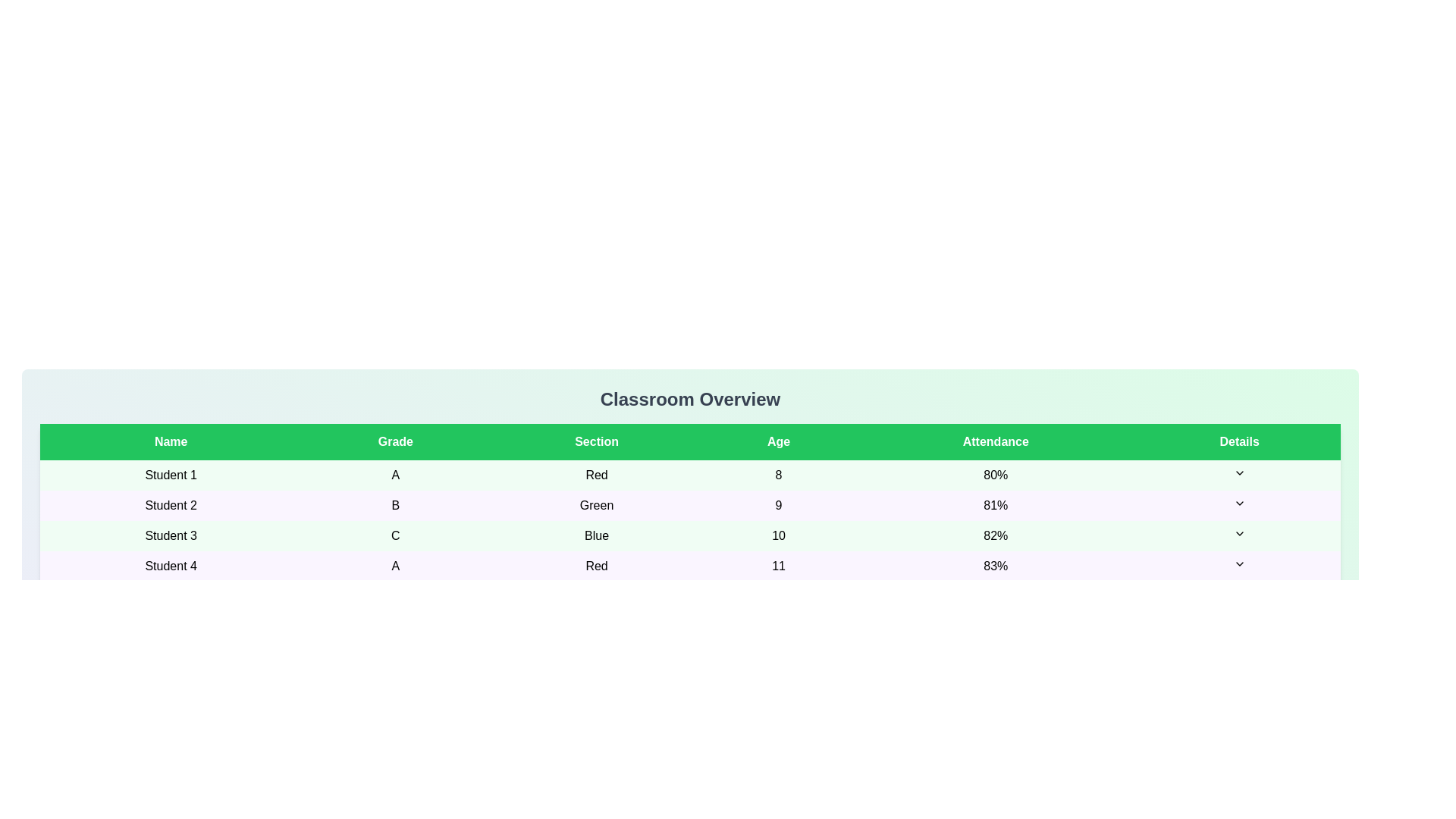 The height and width of the screenshot is (819, 1456). What do you see at coordinates (779, 441) in the screenshot?
I see `the header Age to sort the table by that column` at bounding box center [779, 441].